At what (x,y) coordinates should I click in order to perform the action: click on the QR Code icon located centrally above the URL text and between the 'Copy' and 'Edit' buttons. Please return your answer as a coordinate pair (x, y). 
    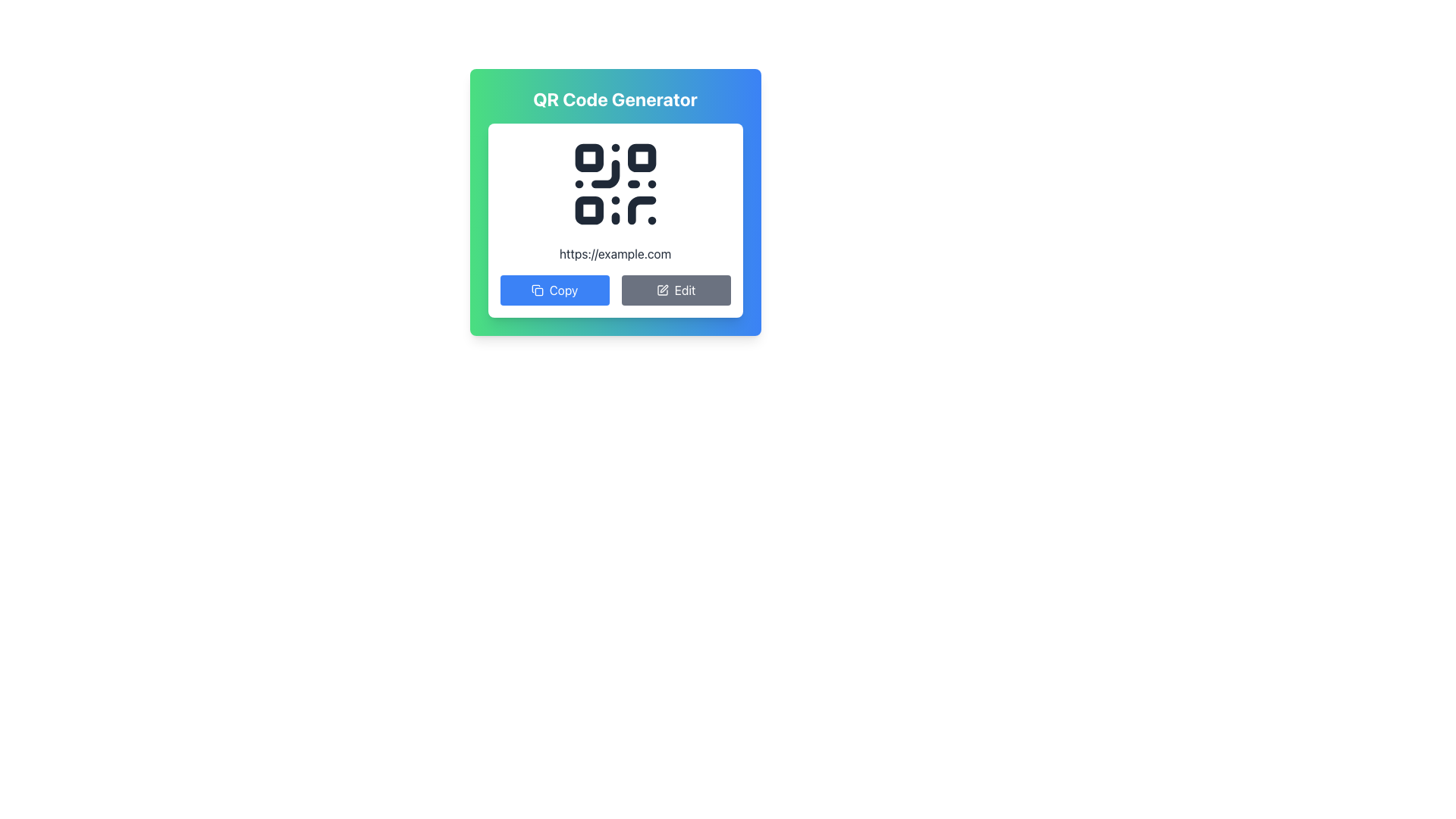
    Looking at the image, I should click on (615, 184).